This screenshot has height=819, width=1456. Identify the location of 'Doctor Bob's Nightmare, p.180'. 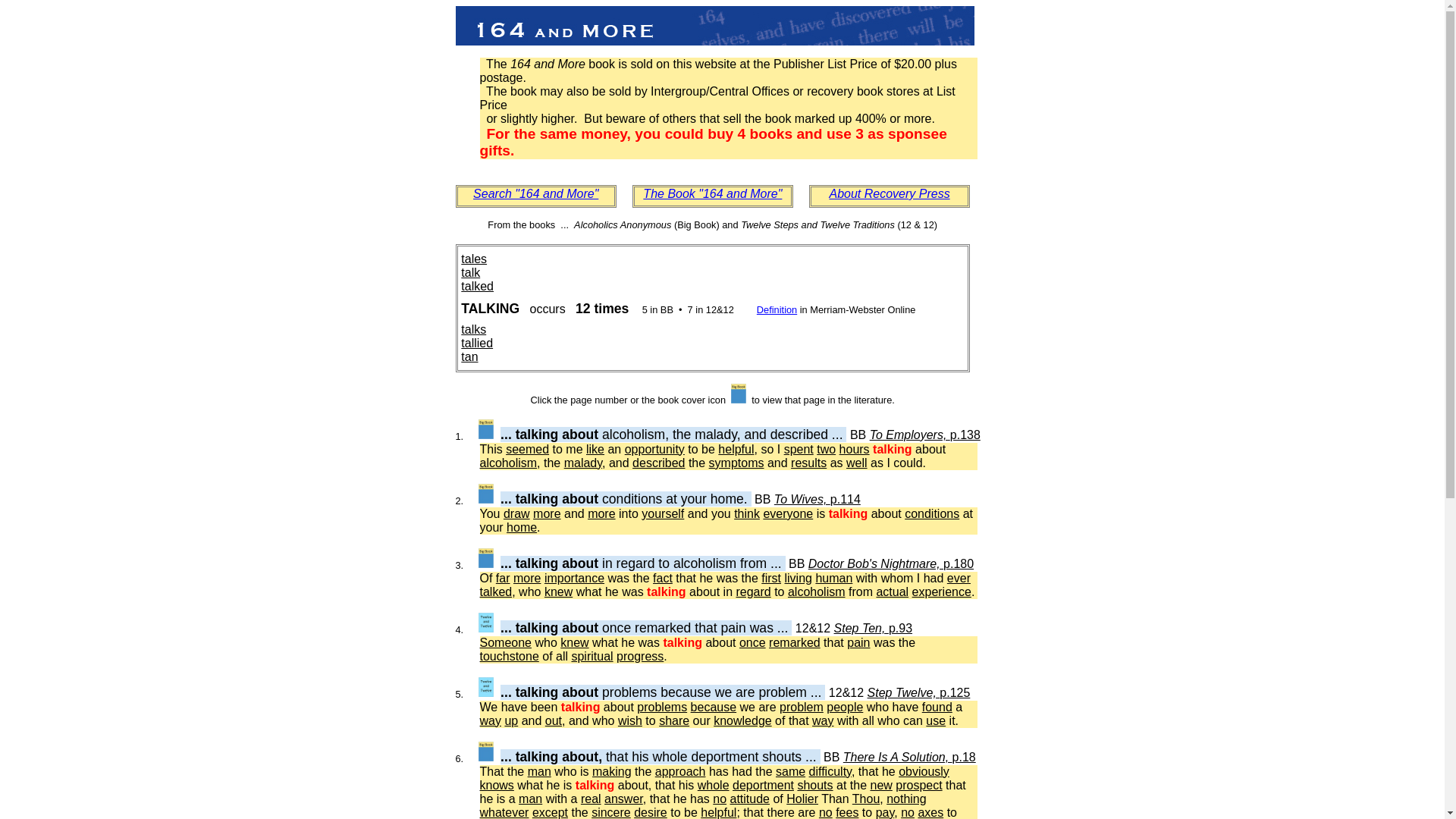
(807, 563).